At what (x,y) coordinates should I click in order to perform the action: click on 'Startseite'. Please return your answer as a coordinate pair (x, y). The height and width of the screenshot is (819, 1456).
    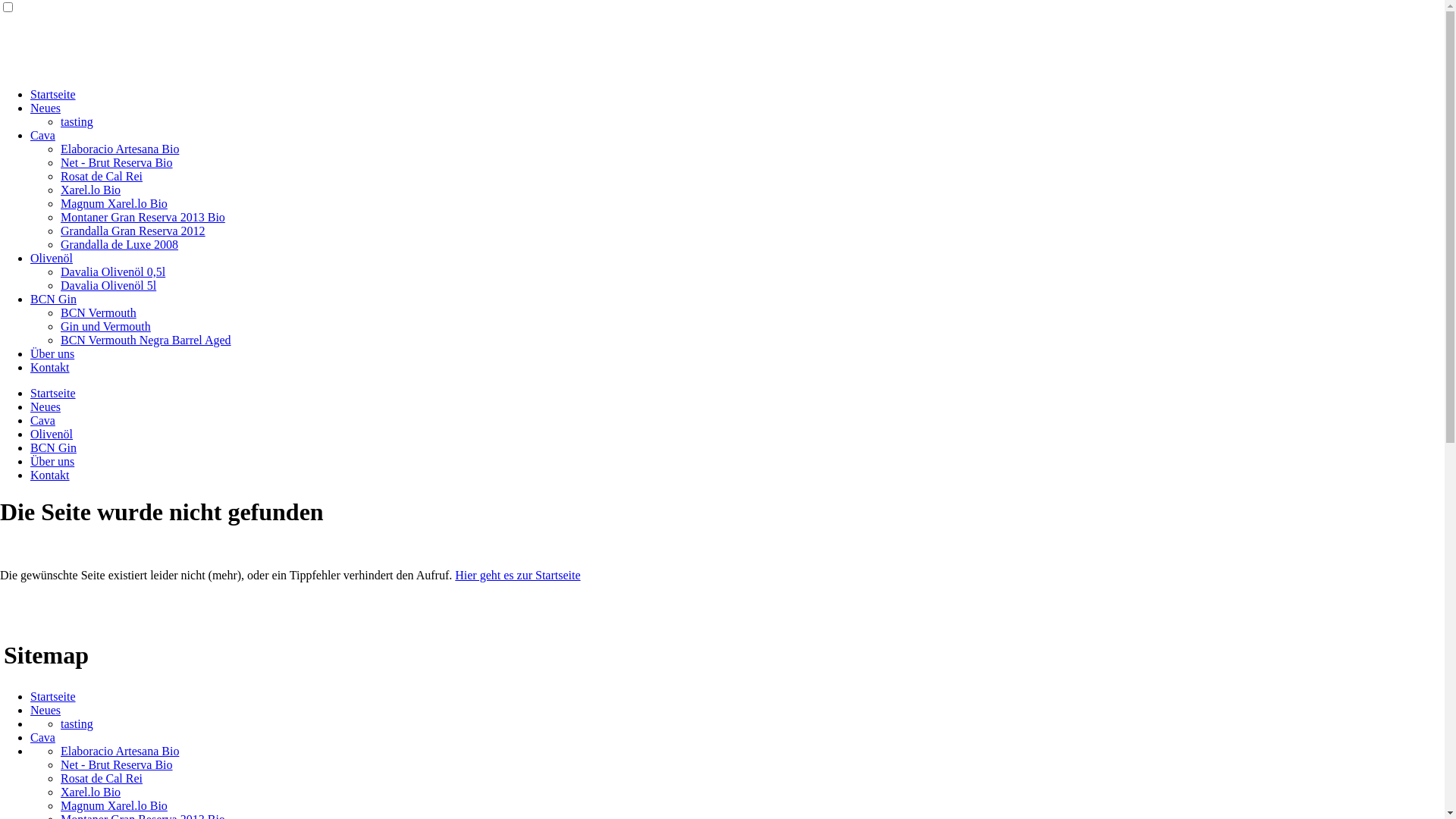
    Looking at the image, I should click on (53, 696).